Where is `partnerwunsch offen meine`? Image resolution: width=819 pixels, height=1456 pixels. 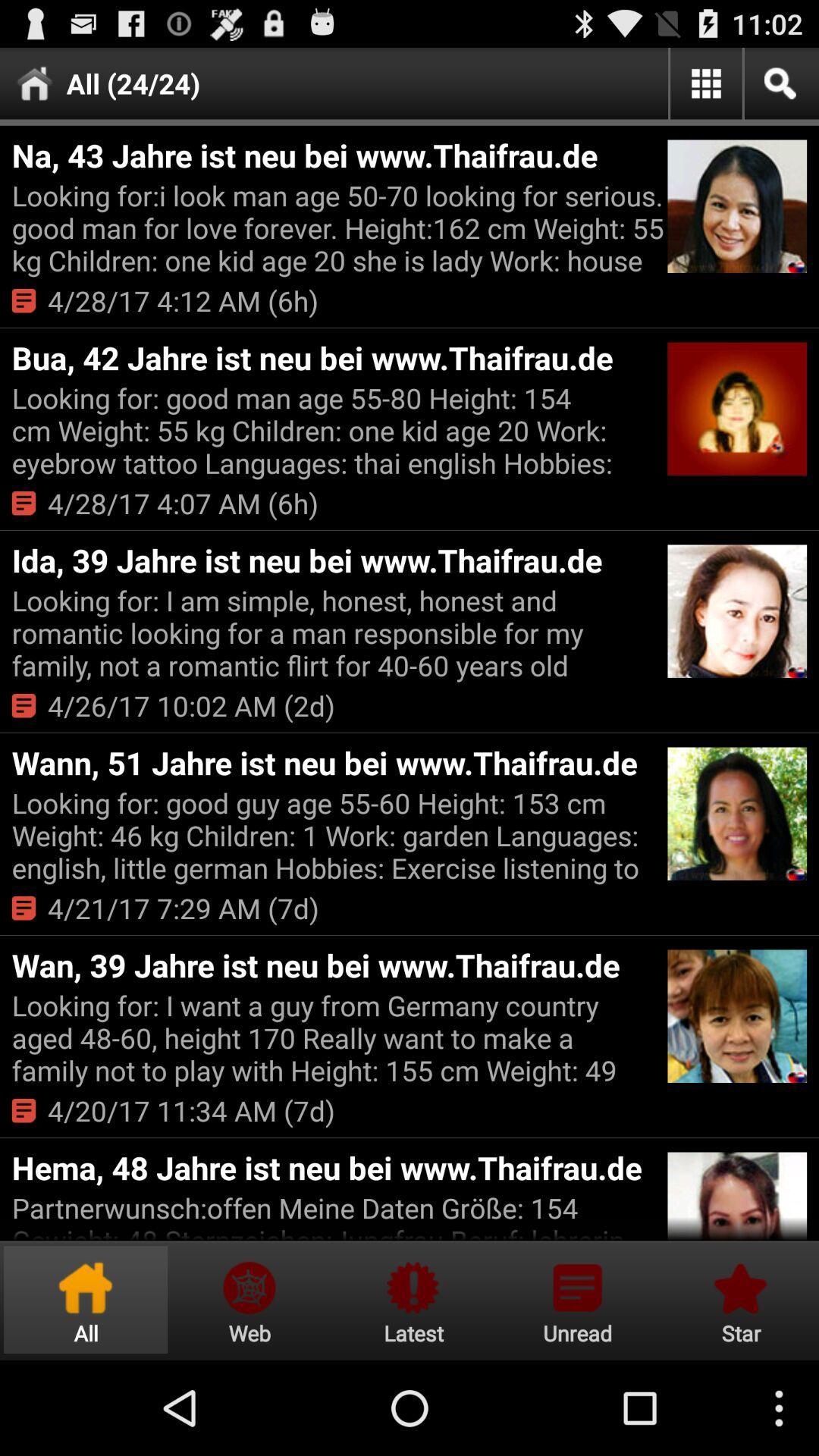
partnerwunsch offen meine is located at coordinates (337, 1215).